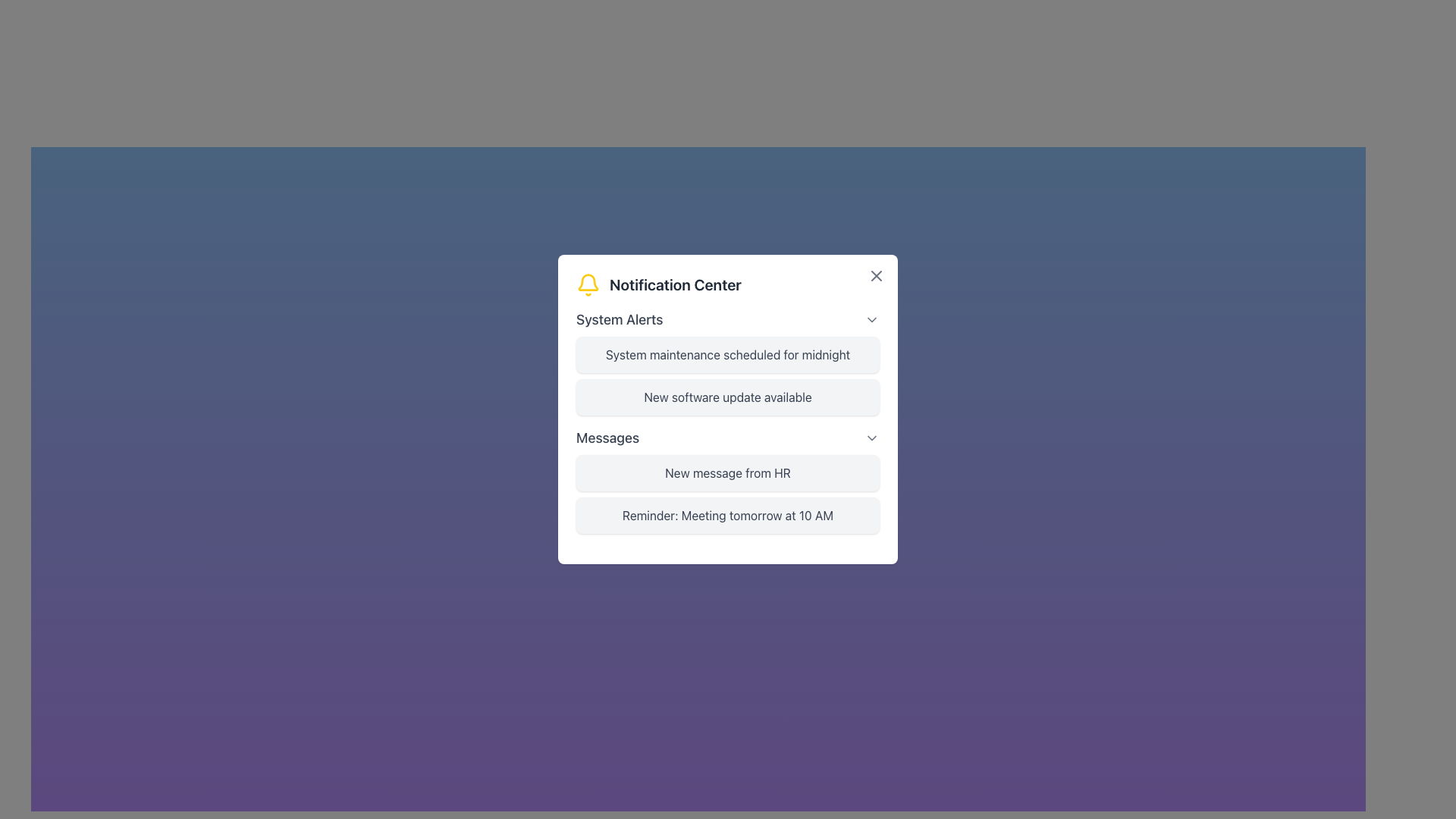 This screenshot has height=819, width=1456. Describe the element at coordinates (607, 438) in the screenshot. I see `the 'Messages' heading text label in the Notification Center, which is positioned under the 'System Alerts' heading and above a dropdown arrow symbol` at that location.